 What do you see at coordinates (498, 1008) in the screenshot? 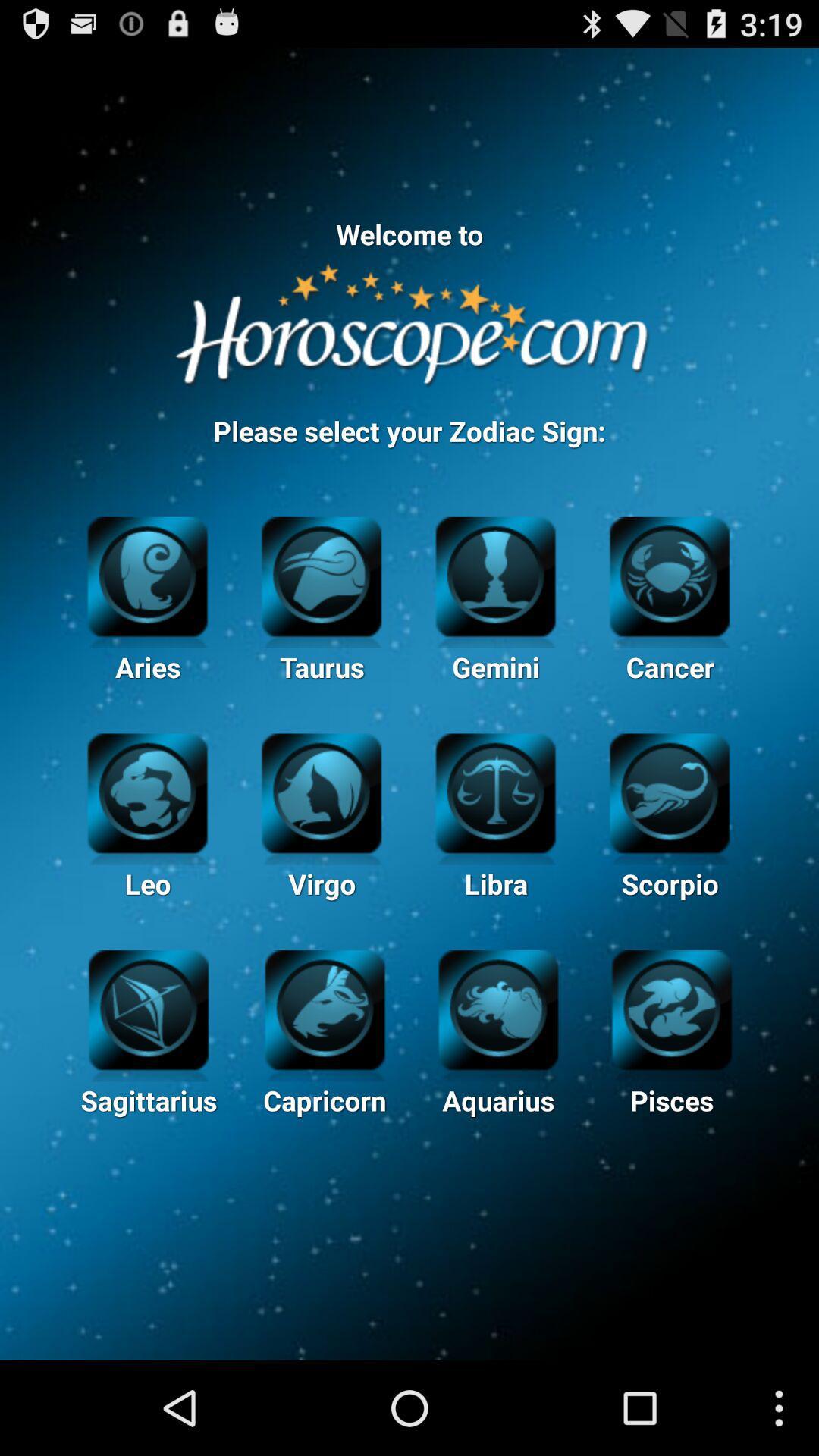
I see `aquarius` at bounding box center [498, 1008].